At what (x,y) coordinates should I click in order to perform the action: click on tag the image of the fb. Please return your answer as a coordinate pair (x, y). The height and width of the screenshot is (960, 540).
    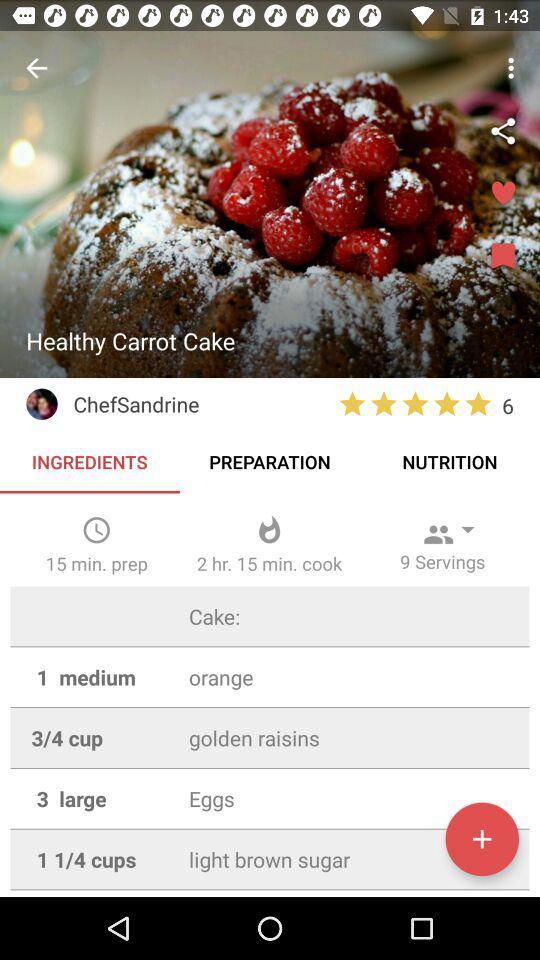
    Looking at the image, I should click on (502, 130).